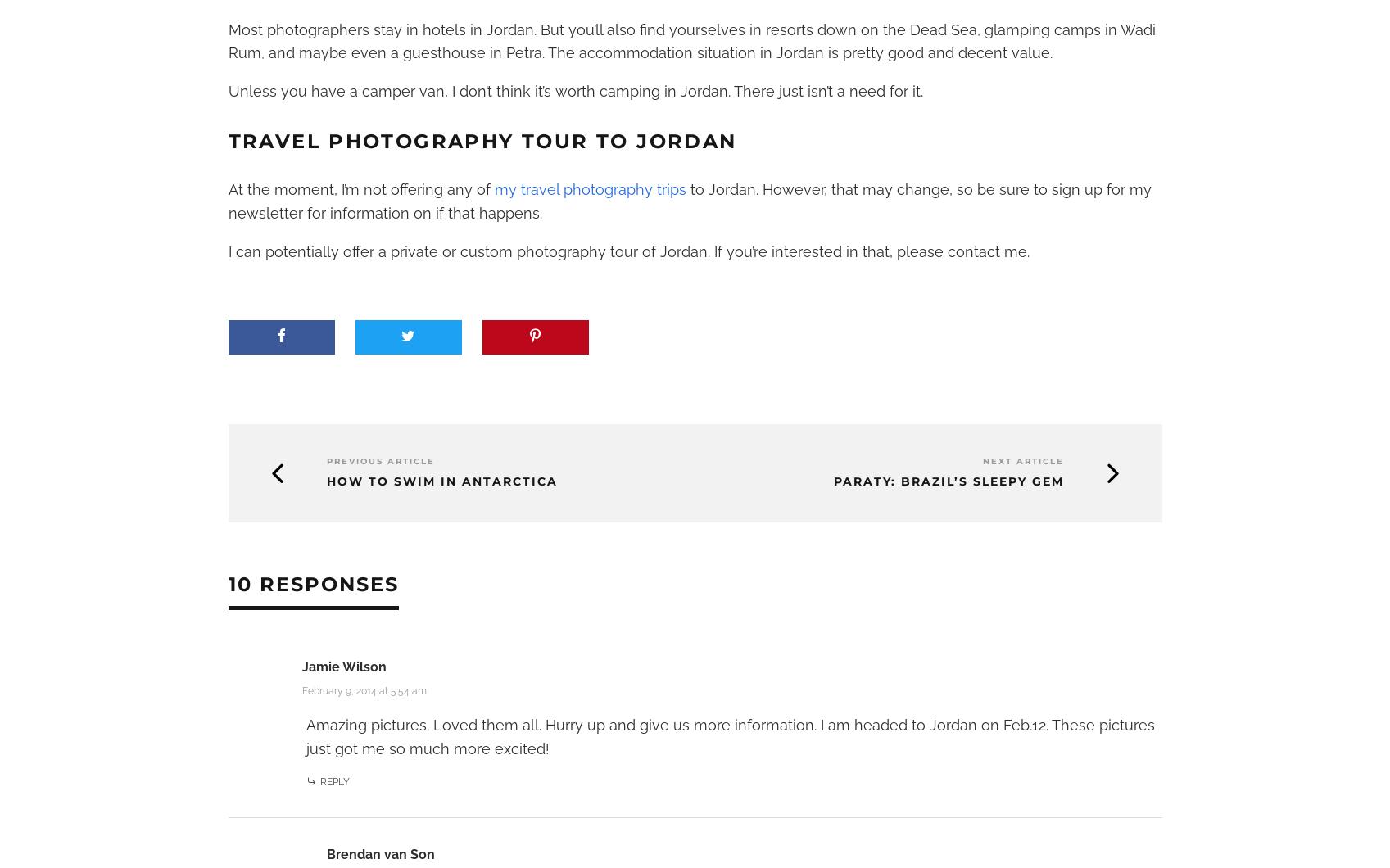 The width and height of the screenshot is (1390, 868). What do you see at coordinates (342, 666) in the screenshot?
I see `'Jamie Wilson'` at bounding box center [342, 666].